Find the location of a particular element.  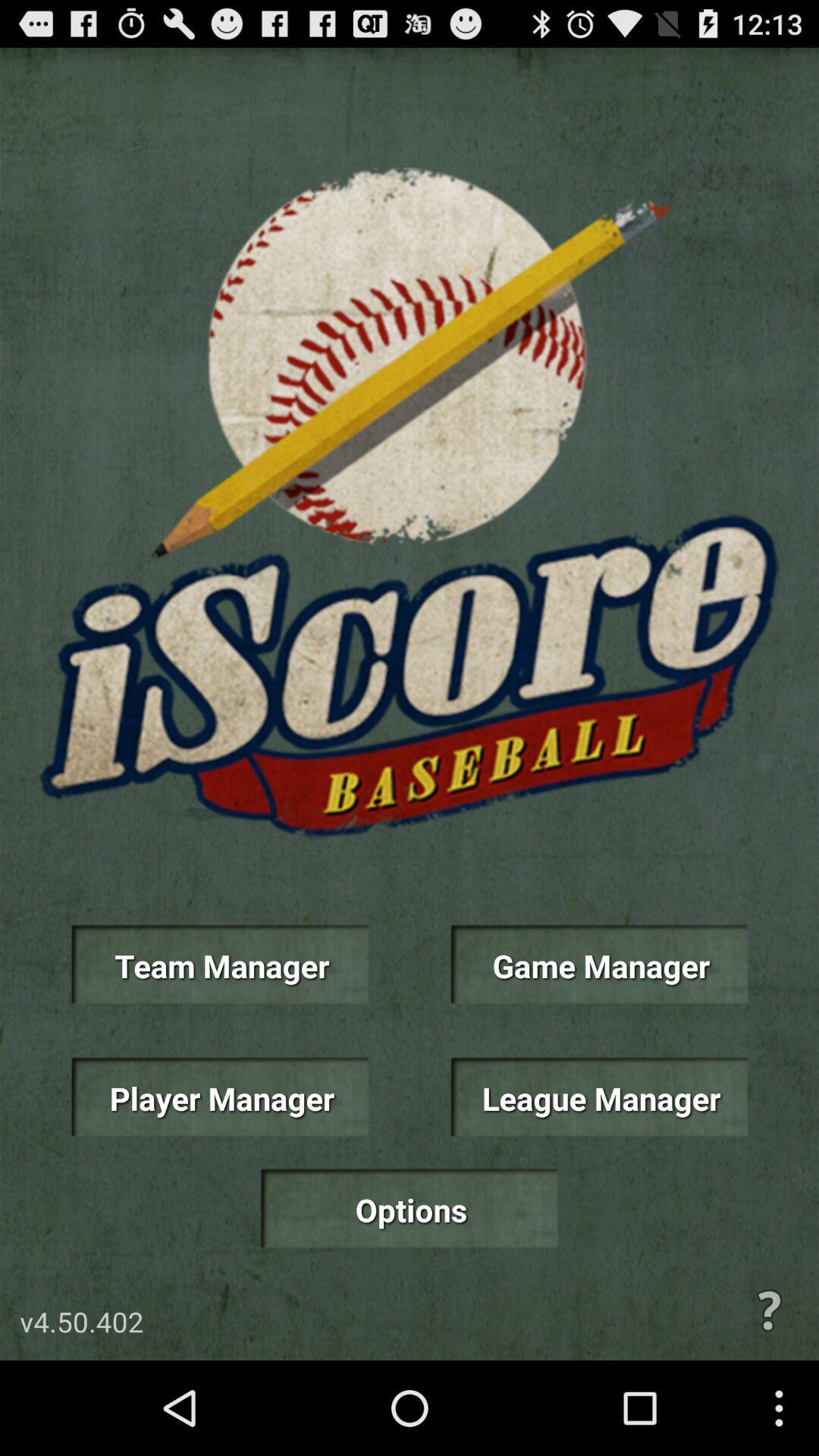

the item at the bottom is located at coordinates (408, 1207).